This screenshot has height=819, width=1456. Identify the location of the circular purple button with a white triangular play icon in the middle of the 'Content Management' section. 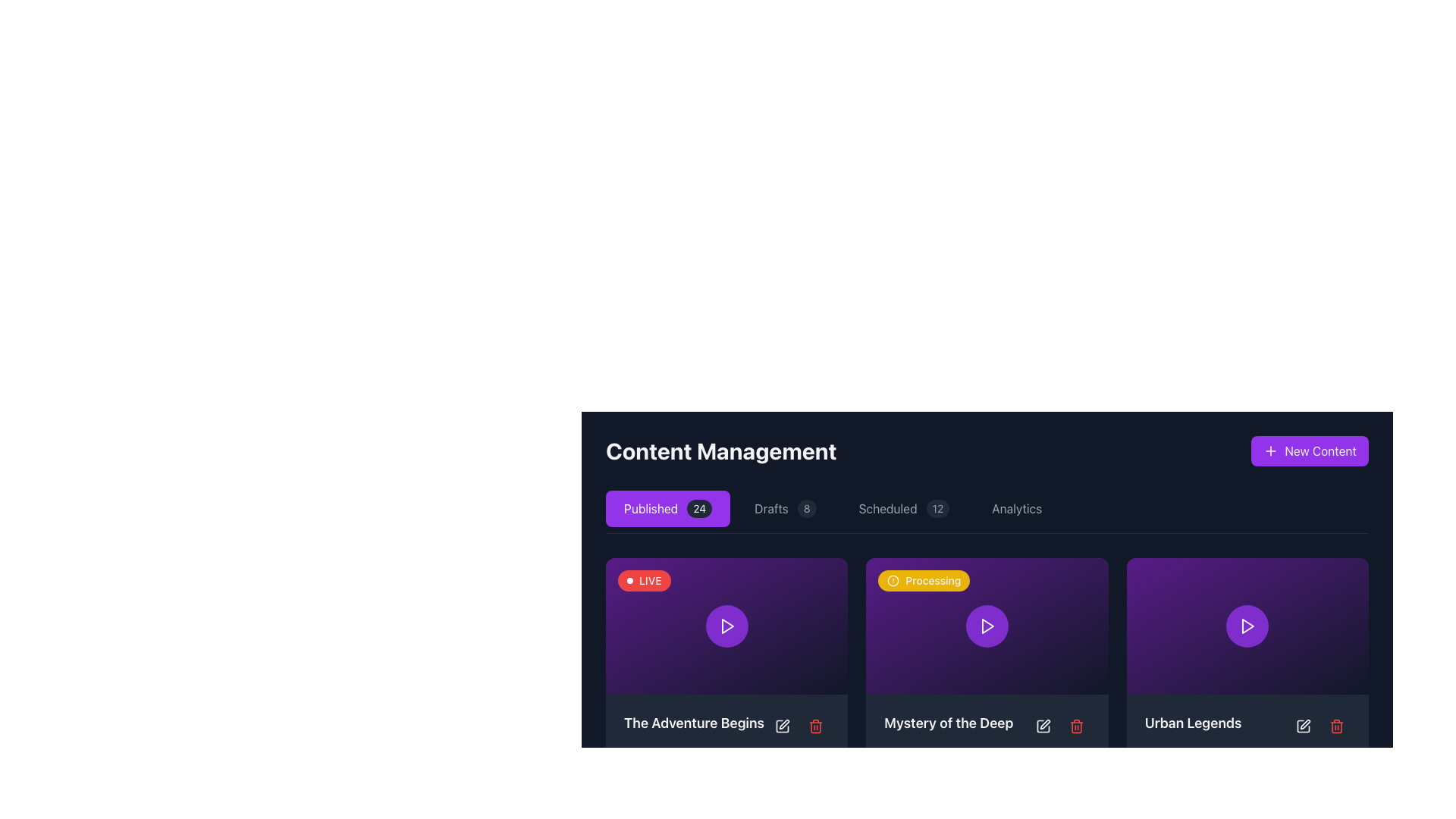
(987, 626).